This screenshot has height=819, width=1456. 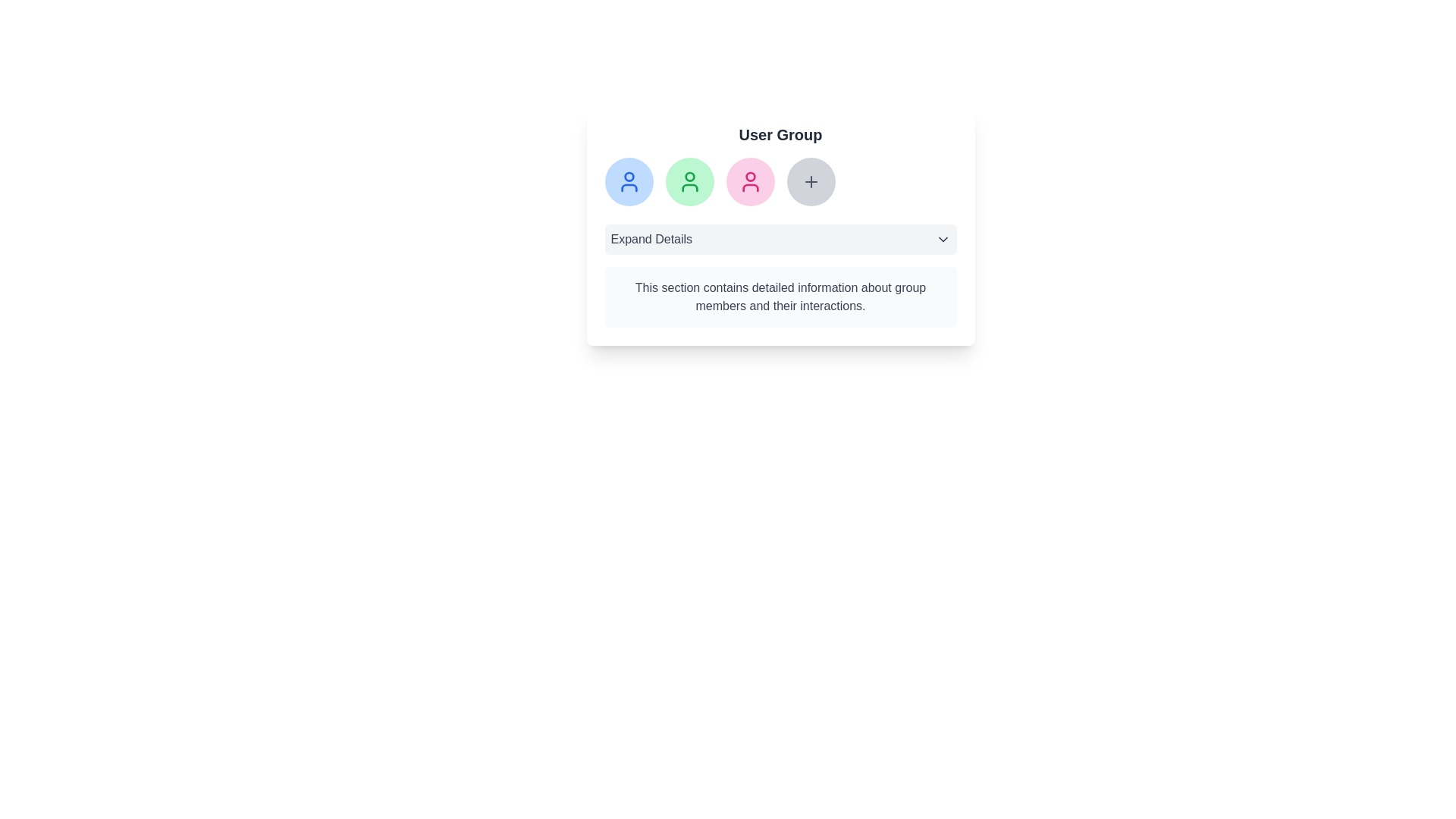 I want to click on the user-related icon located in the horizontal row of circular icons, specifically the second icon from the left, so click(x=689, y=180).